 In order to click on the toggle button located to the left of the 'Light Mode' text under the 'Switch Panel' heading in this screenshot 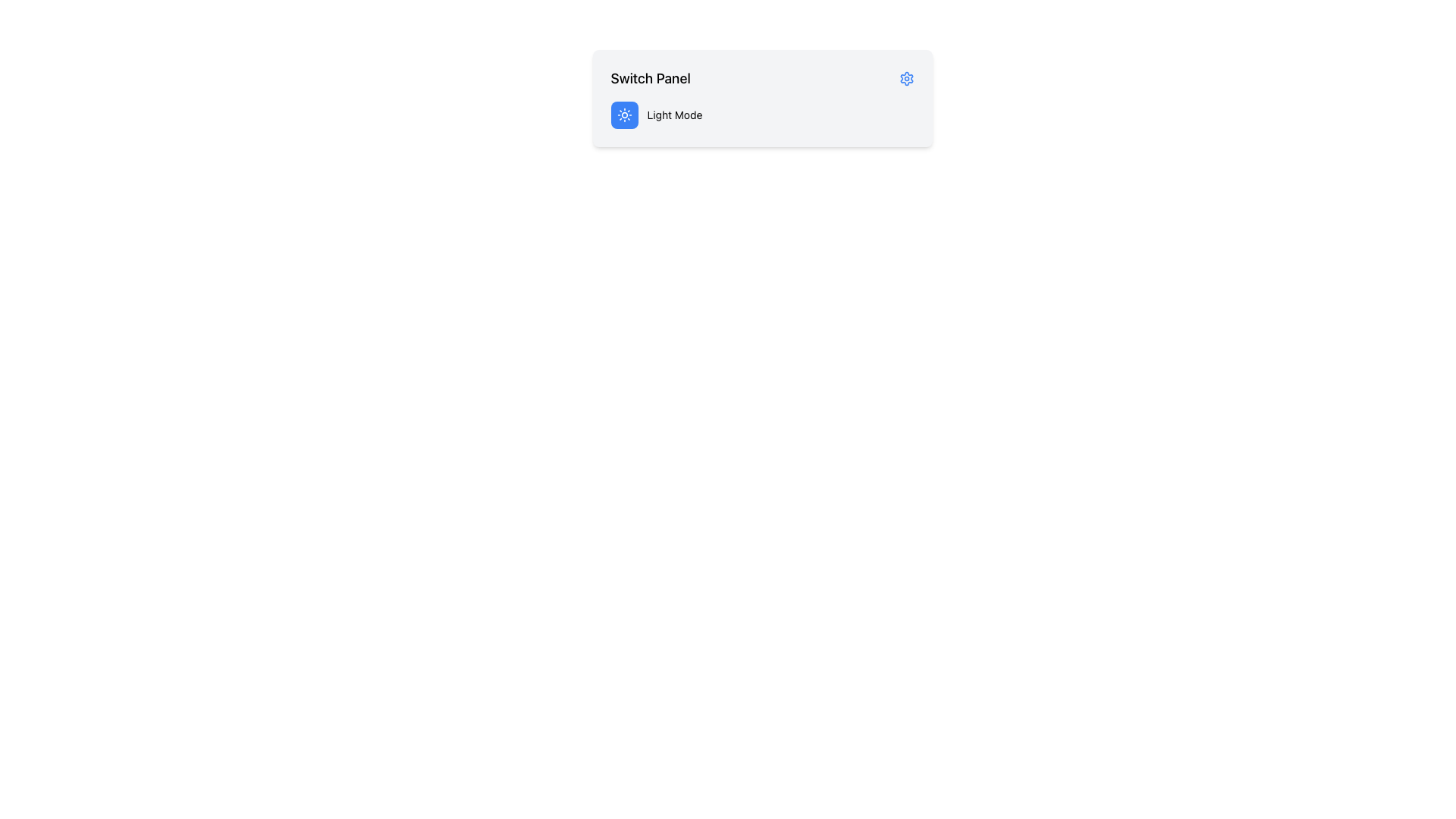, I will do `click(624, 114)`.